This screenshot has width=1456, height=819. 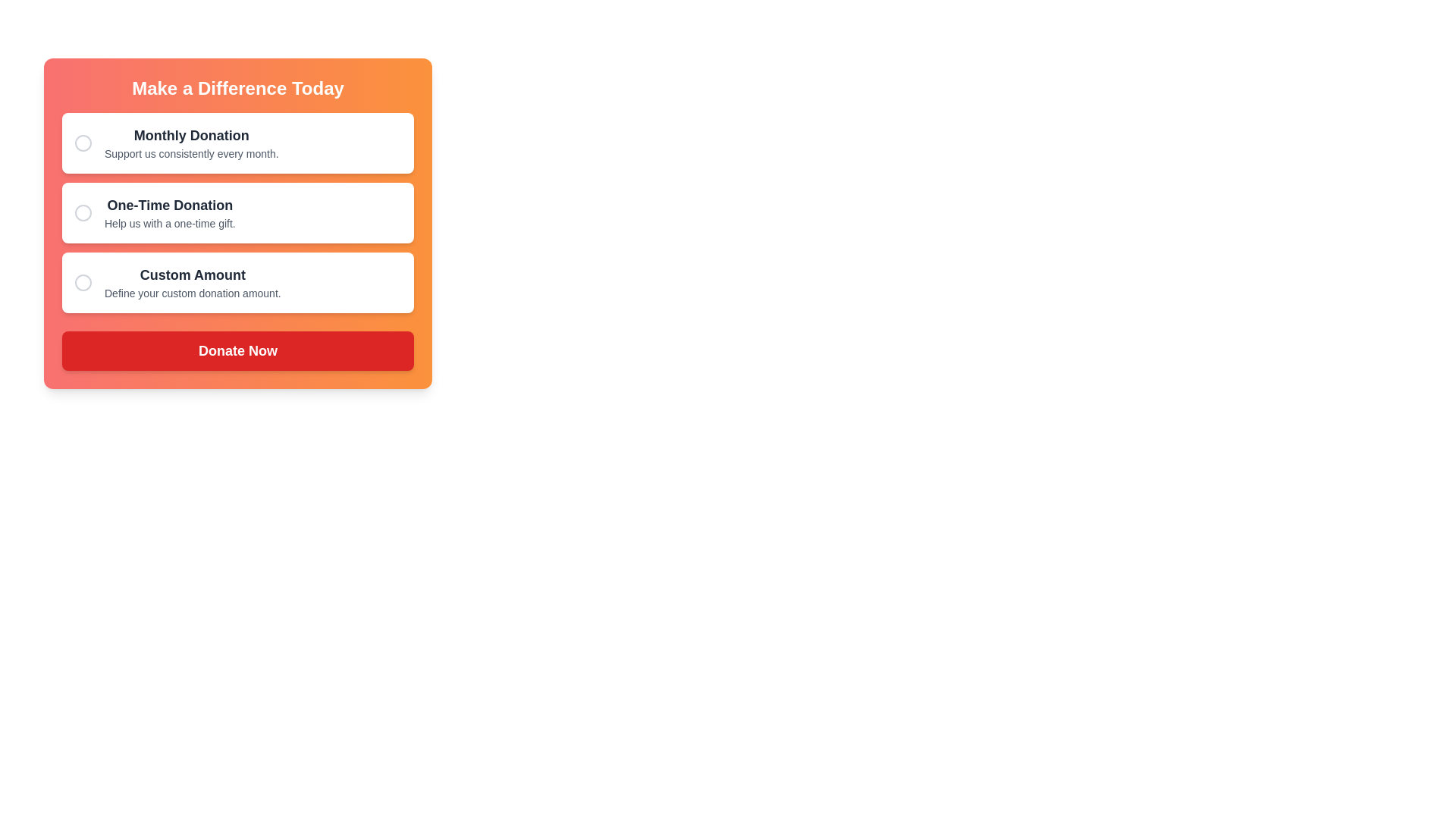 What do you see at coordinates (83, 213) in the screenshot?
I see `the light gray circular radio button indicator` at bounding box center [83, 213].